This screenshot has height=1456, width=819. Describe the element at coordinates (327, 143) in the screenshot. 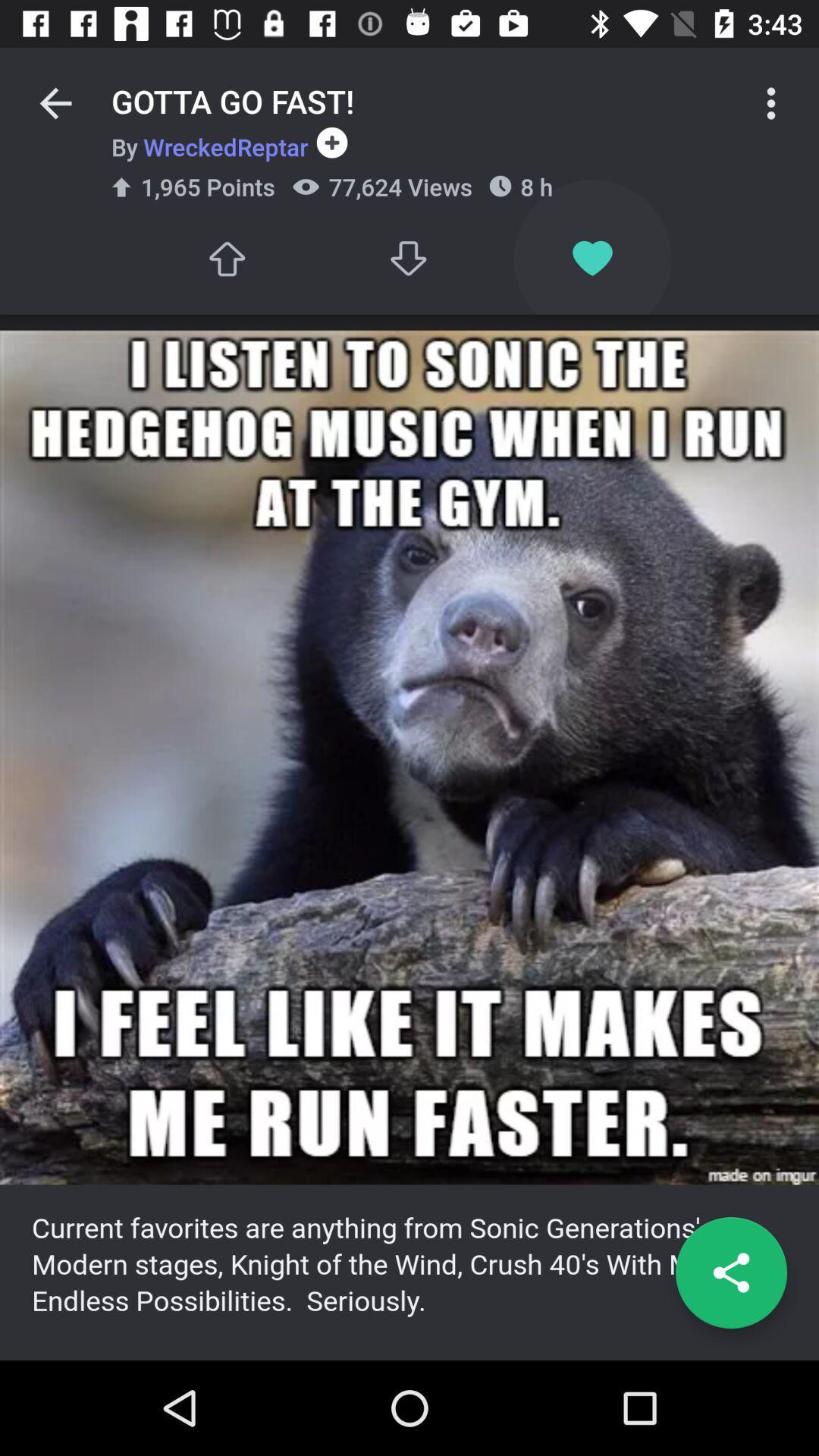

I see `the icon to the right of by wreckedreptar item` at that location.